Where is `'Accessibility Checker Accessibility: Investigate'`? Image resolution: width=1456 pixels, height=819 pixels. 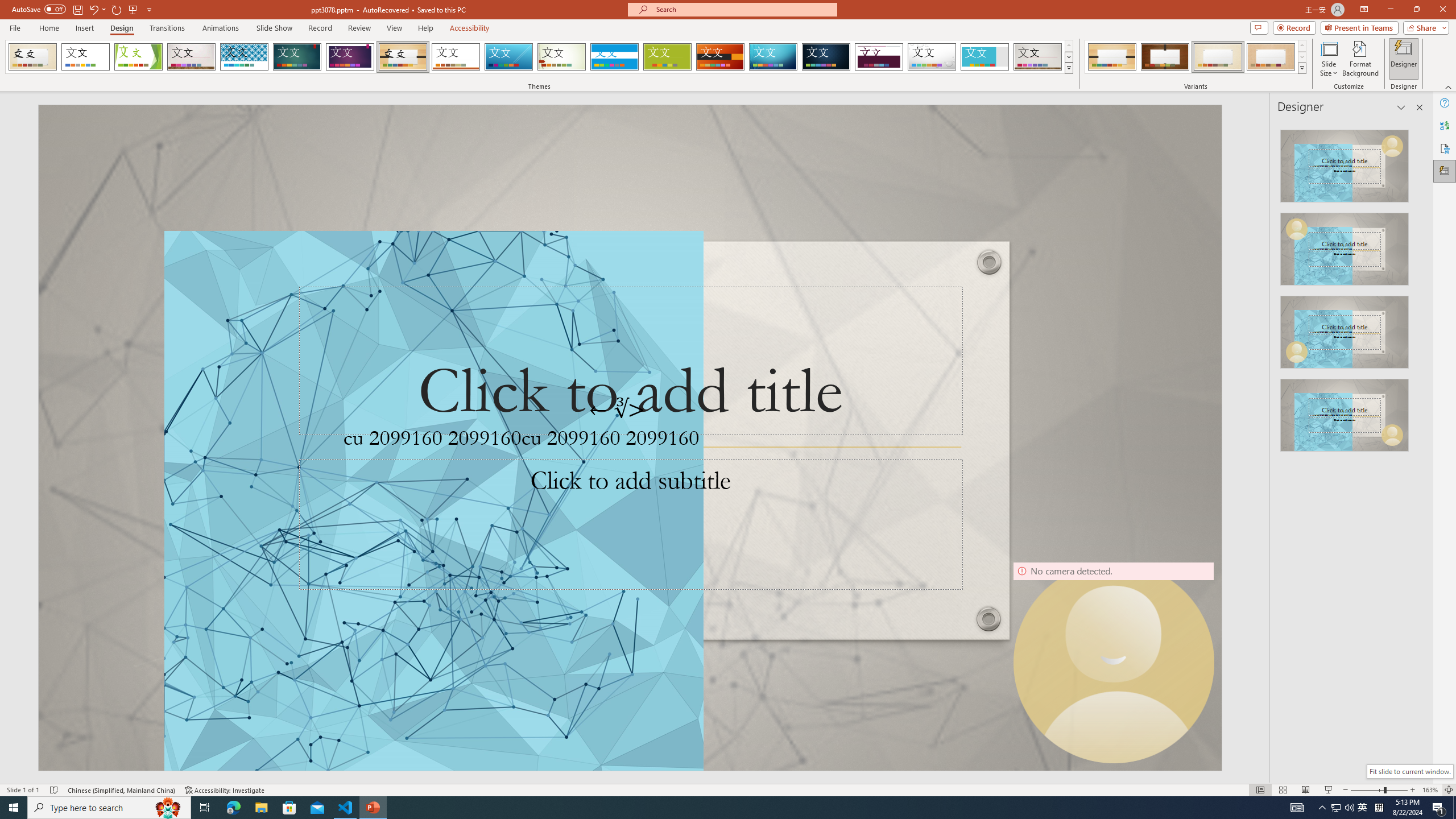 'Accessibility Checker Accessibility: Investigate' is located at coordinates (225, 790).